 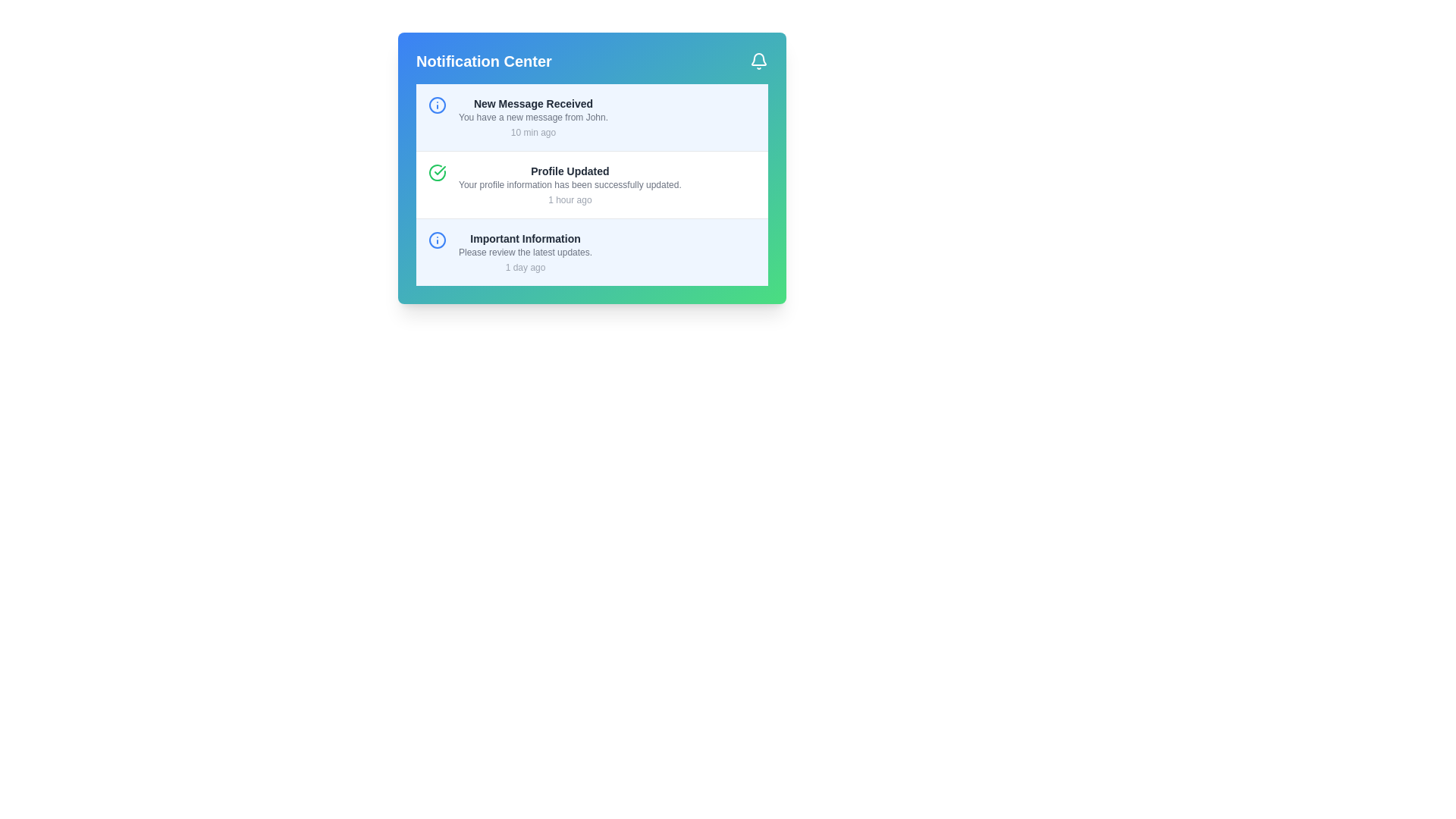 I want to click on the check mark icon within the 'Profile Updated' notification item in the notification center interface, which is styled in green and overlaid on a circular component, so click(x=439, y=170).